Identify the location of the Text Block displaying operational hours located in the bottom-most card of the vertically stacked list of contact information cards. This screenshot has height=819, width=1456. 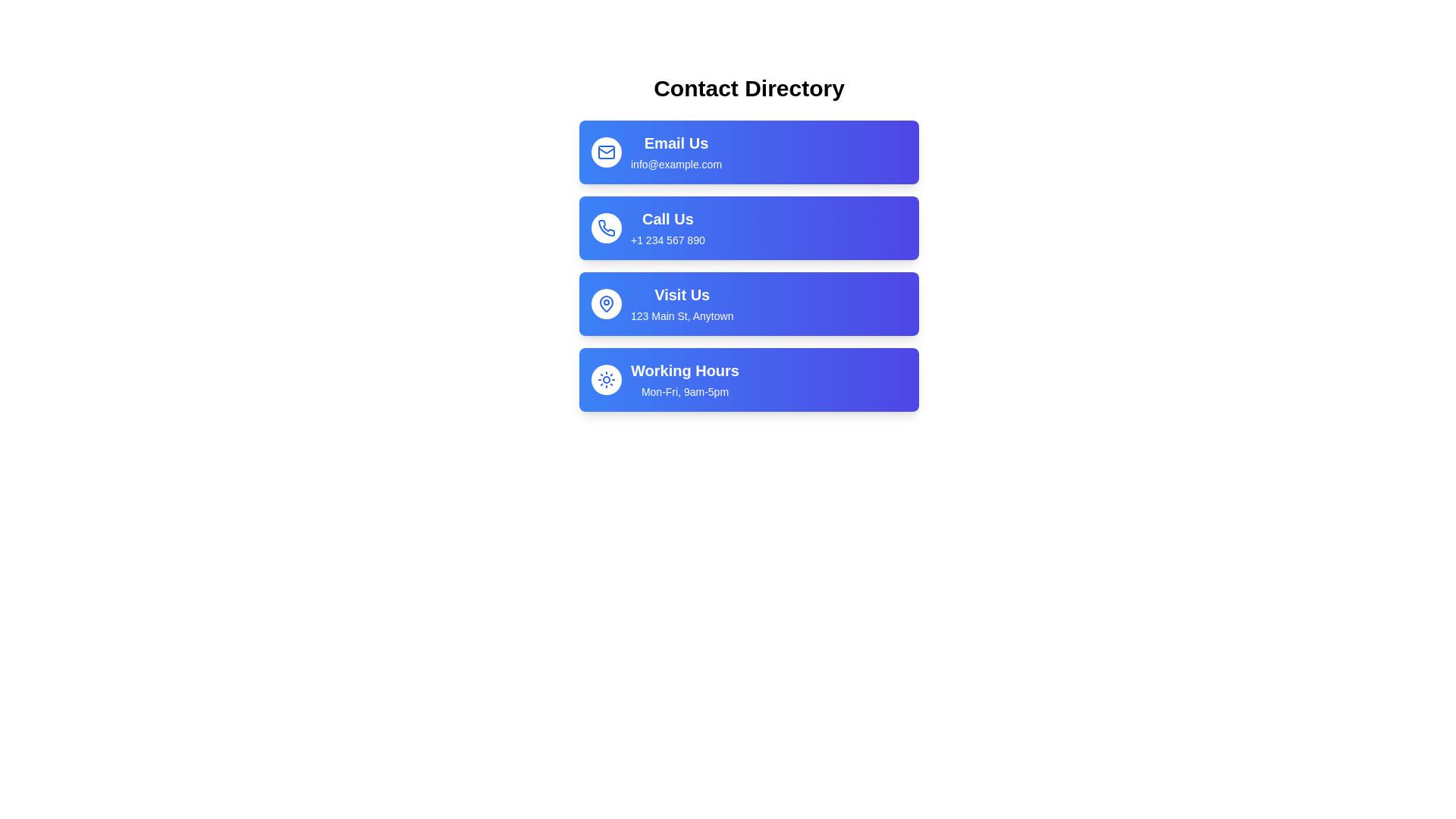
(684, 379).